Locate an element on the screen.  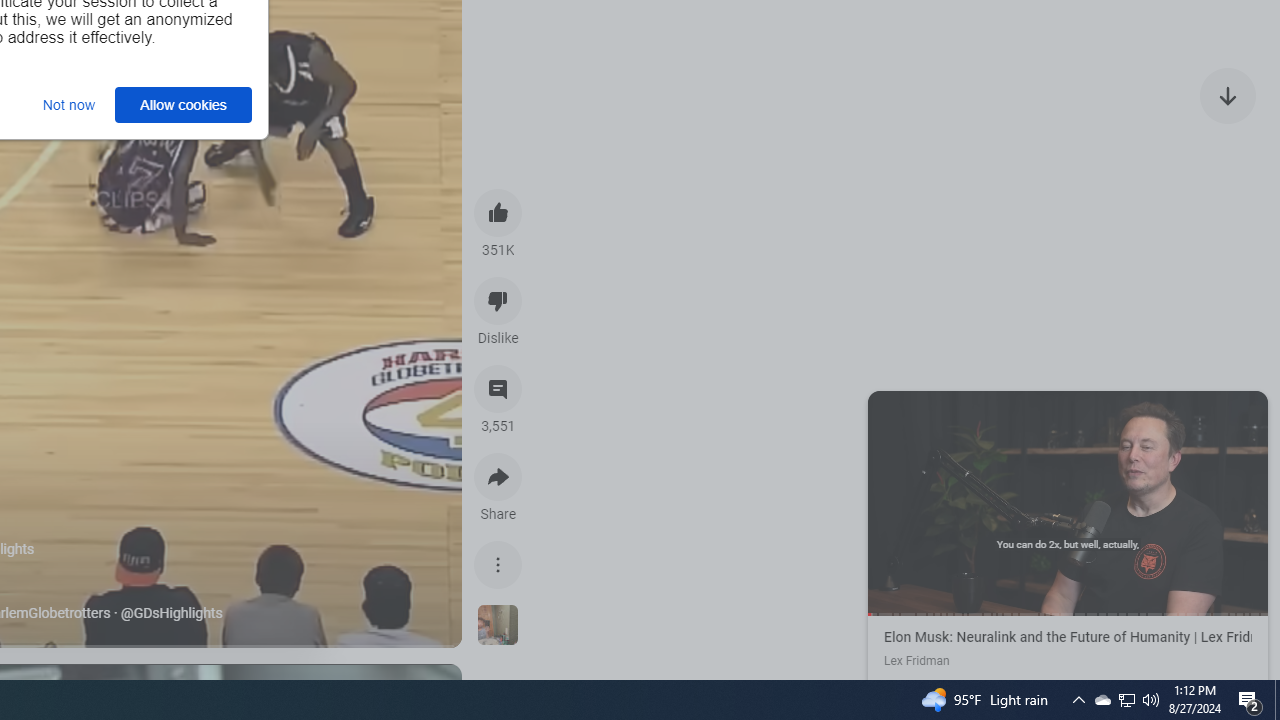
'See more videos using this sound' is located at coordinates (497, 625).